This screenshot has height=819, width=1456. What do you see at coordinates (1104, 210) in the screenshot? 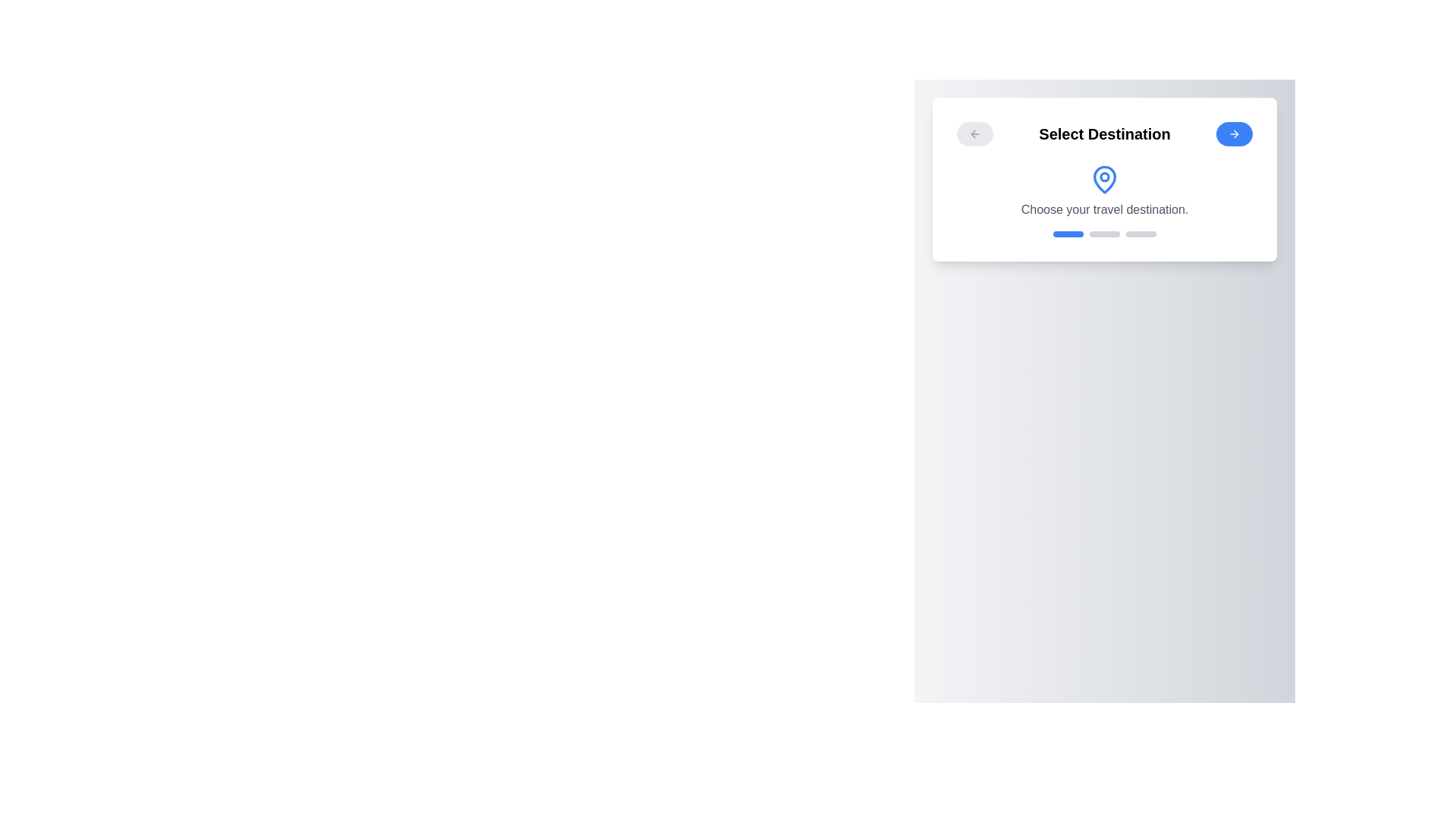
I see `the text label that reads 'Choose your travel destination.' which is styled in gray font and positioned below a map pin icon within a white rectangular card` at bounding box center [1104, 210].